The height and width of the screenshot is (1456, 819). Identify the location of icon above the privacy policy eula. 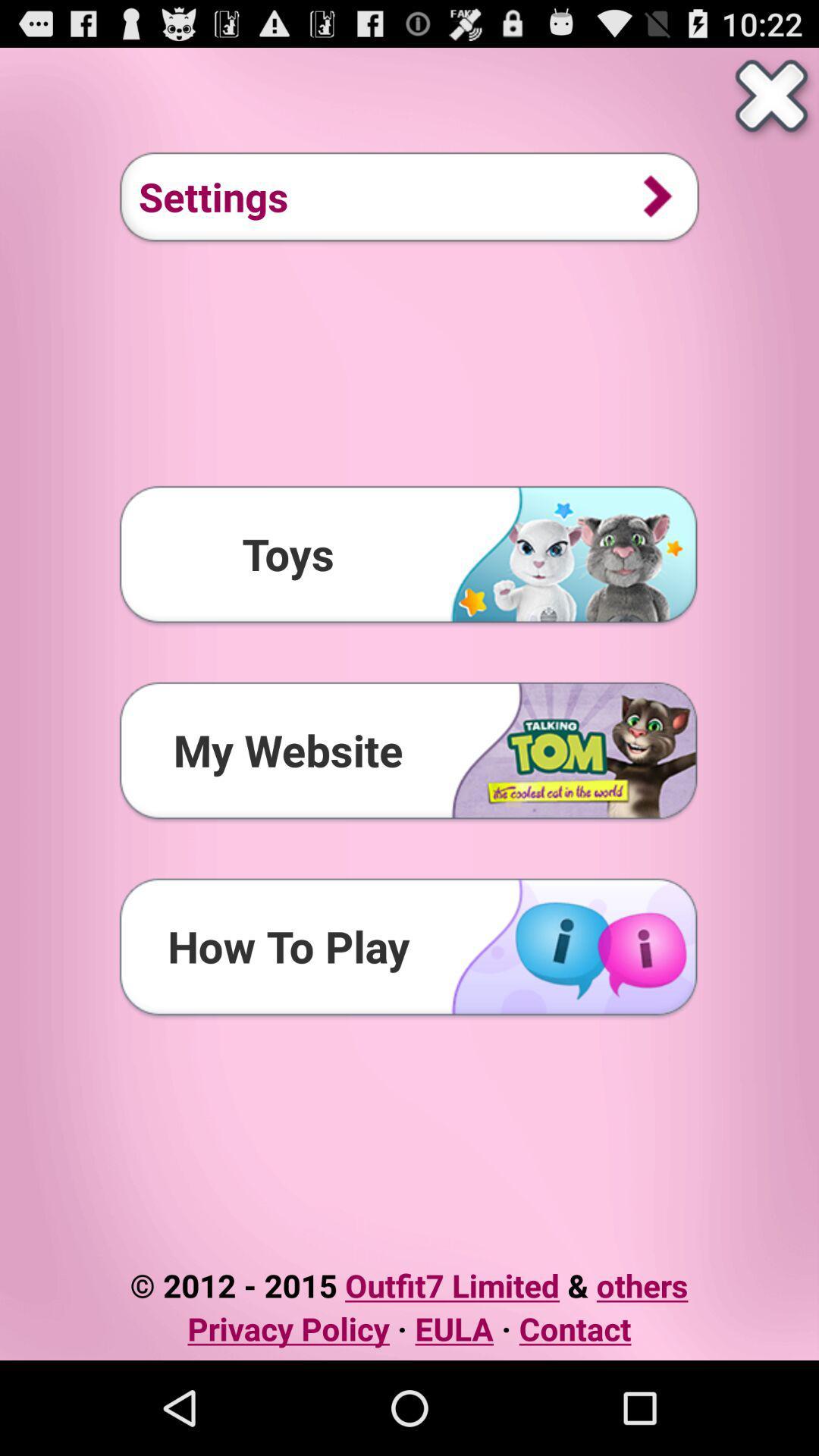
(408, 1284).